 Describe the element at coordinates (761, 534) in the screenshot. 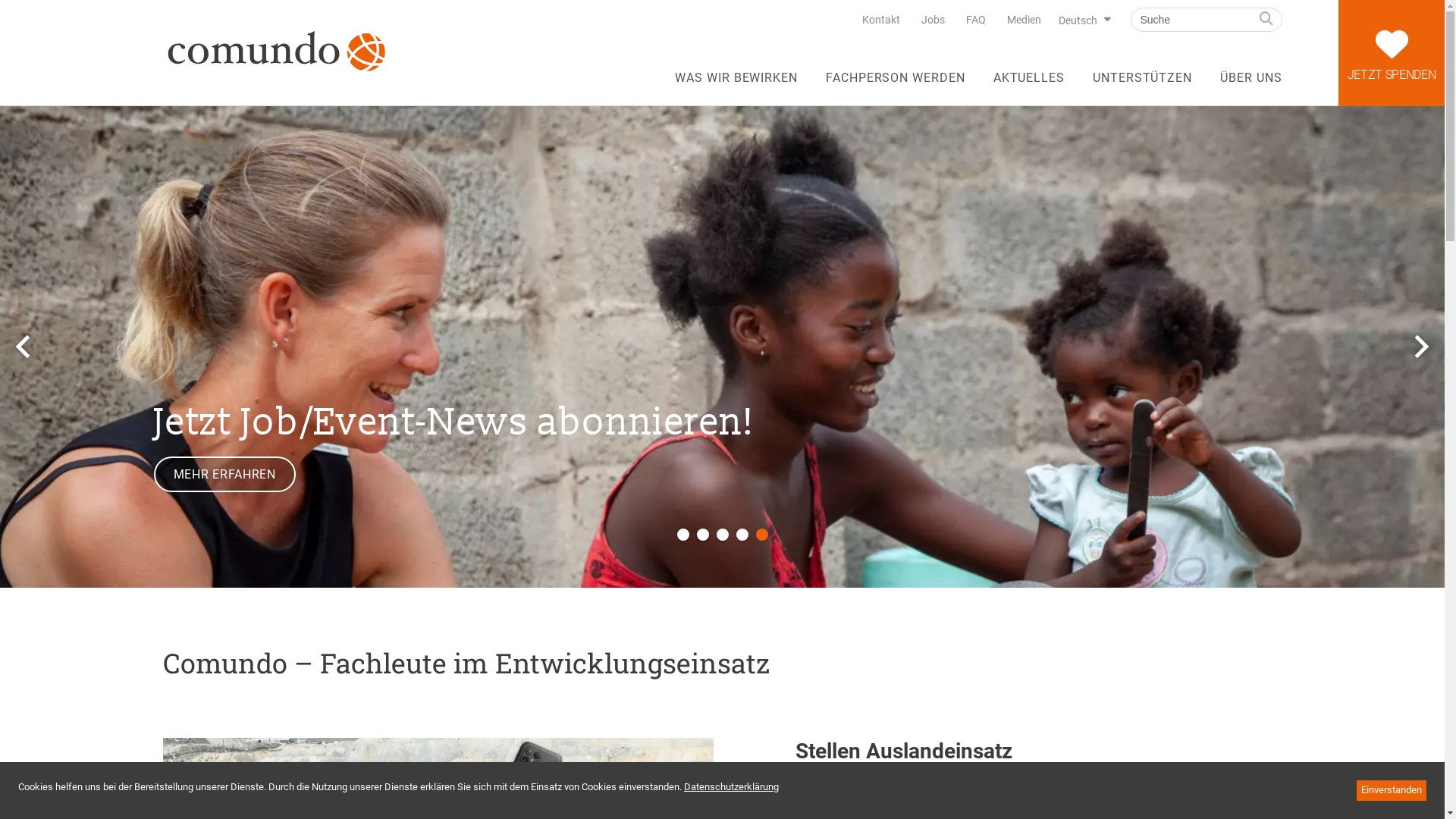

I see `'5'` at that location.